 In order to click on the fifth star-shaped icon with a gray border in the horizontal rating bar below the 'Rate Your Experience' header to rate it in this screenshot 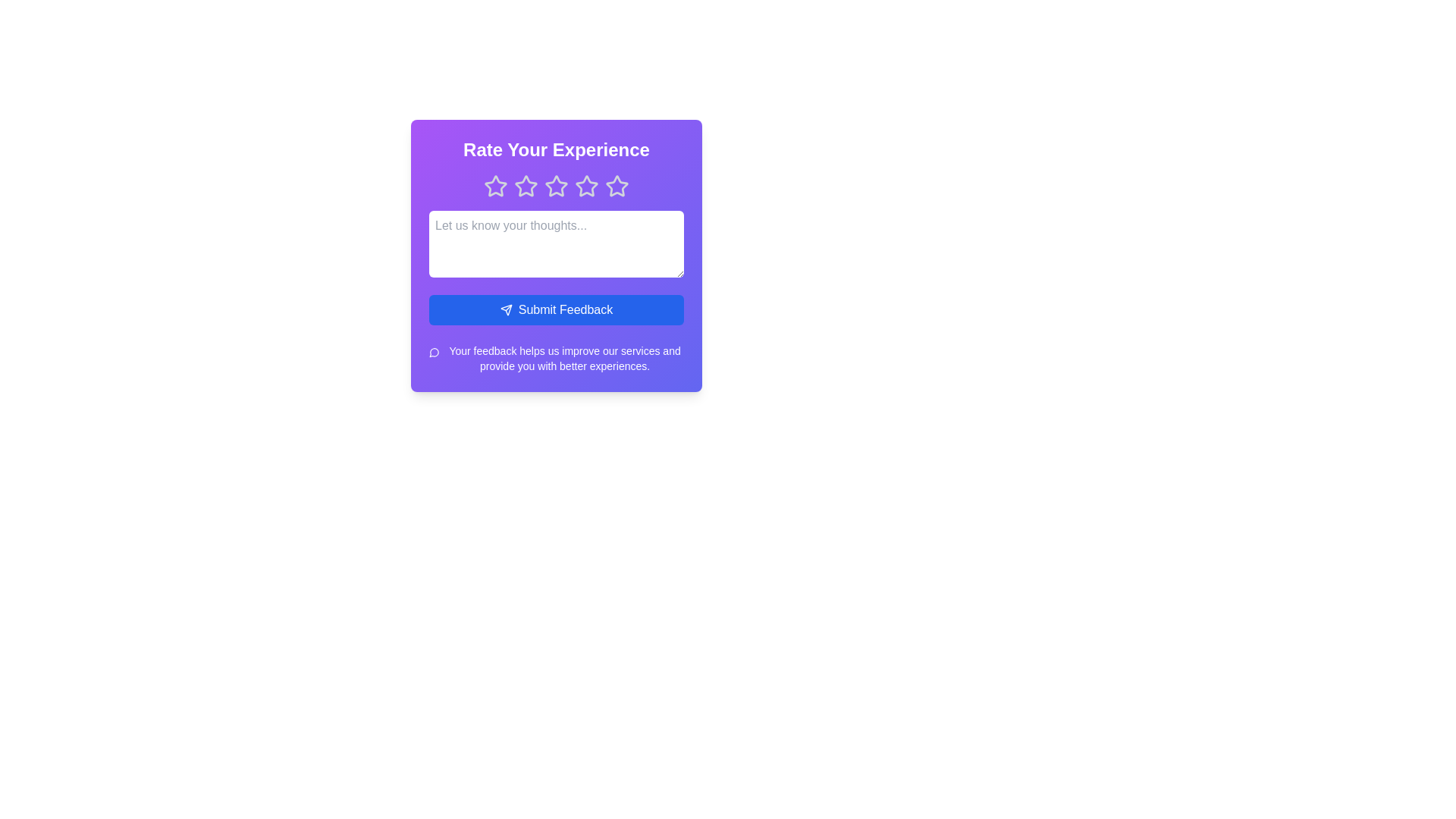, I will do `click(617, 186)`.